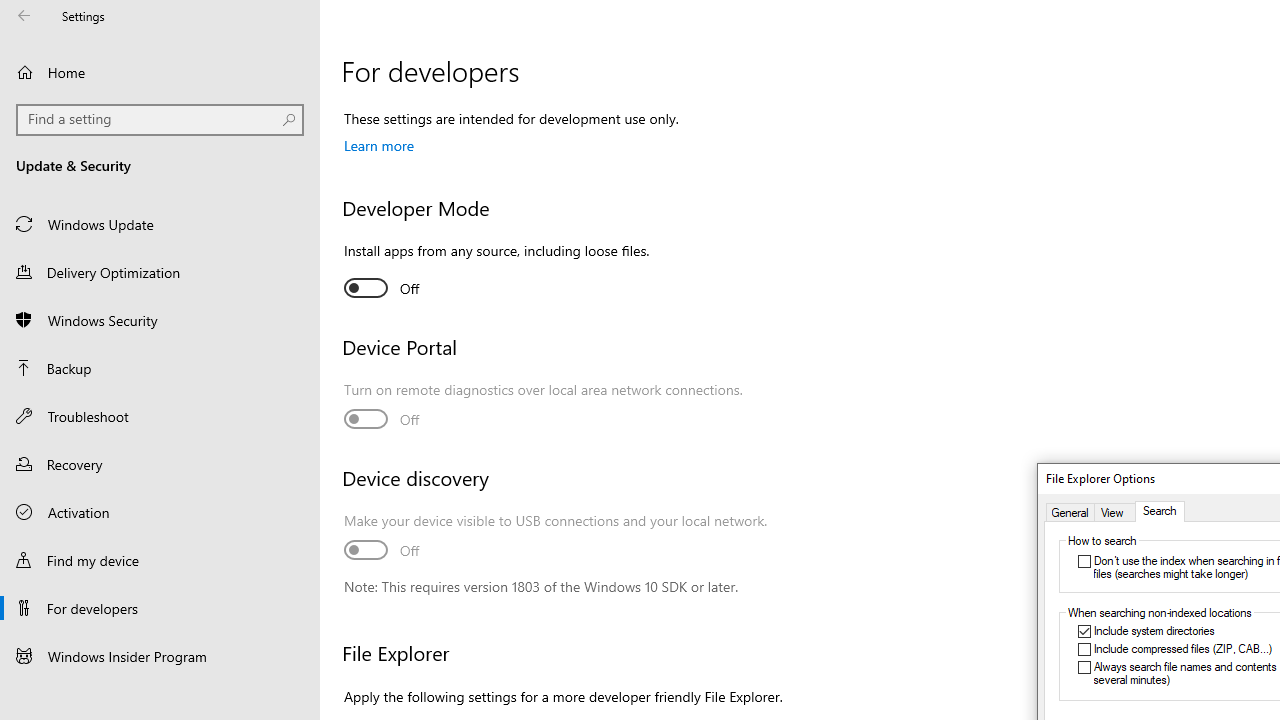 This screenshot has height=720, width=1280. Describe the element at coordinates (1069, 511) in the screenshot. I see `'General'` at that location.